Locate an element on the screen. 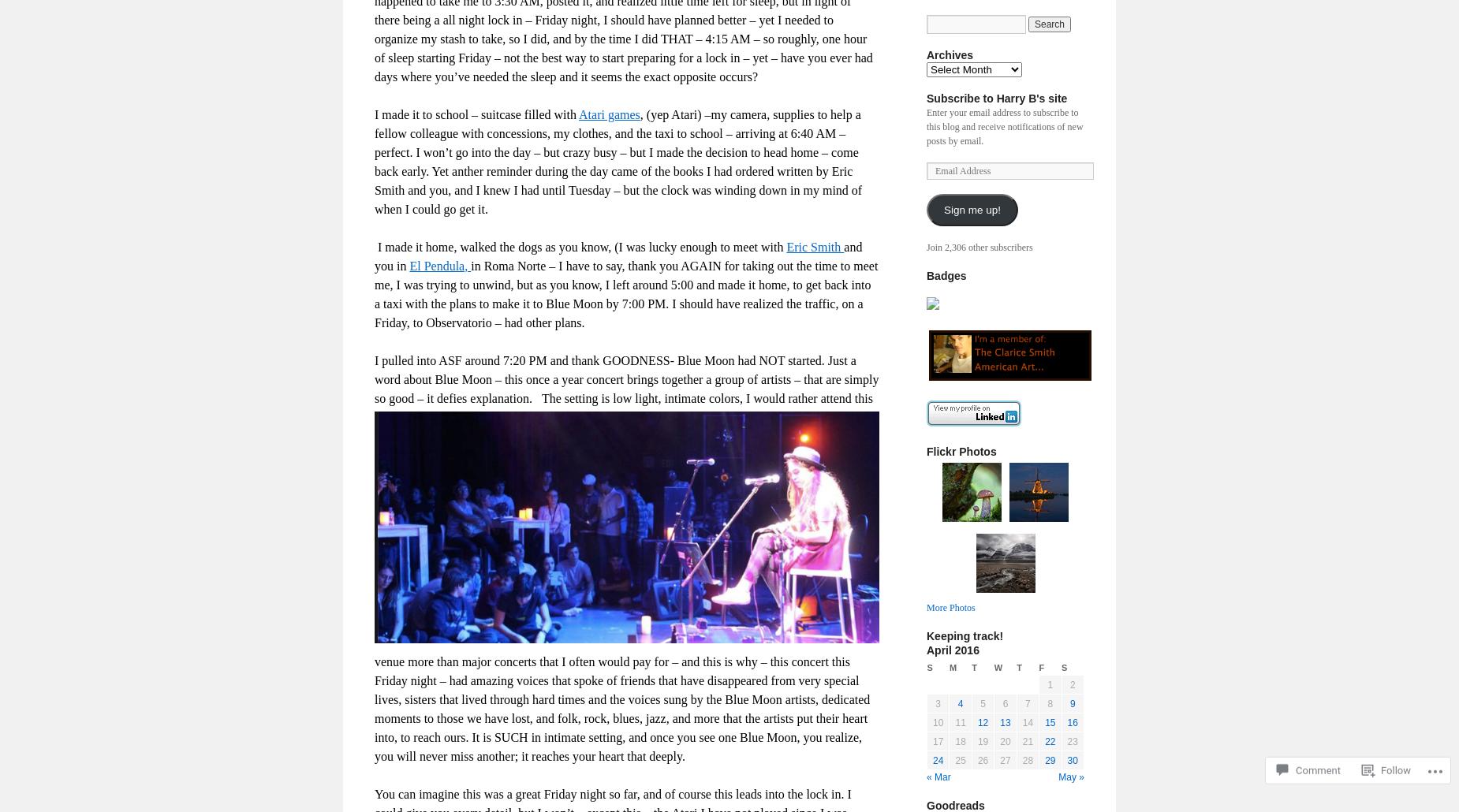 The width and height of the screenshot is (1459, 812). 'The setting is low light, intimate colors, I would rather attend this venue more than major concerts that I often would pay for – and this is why – this concert this Friday night – had amazing voices that spoke of friends that have disappeared from very special lives, sisters that lived through hard times and the voices sung by the Blue Moon artists, dedicated moments to those we have lost, and folk, rock, blues, jazz, and more that the artists put their heart into, to reach ours. It is SUCH in intimate setting, and once you see one Blue Moon, you realize, you will never miss another; it reaches your heart that deeply.' is located at coordinates (375, 576).